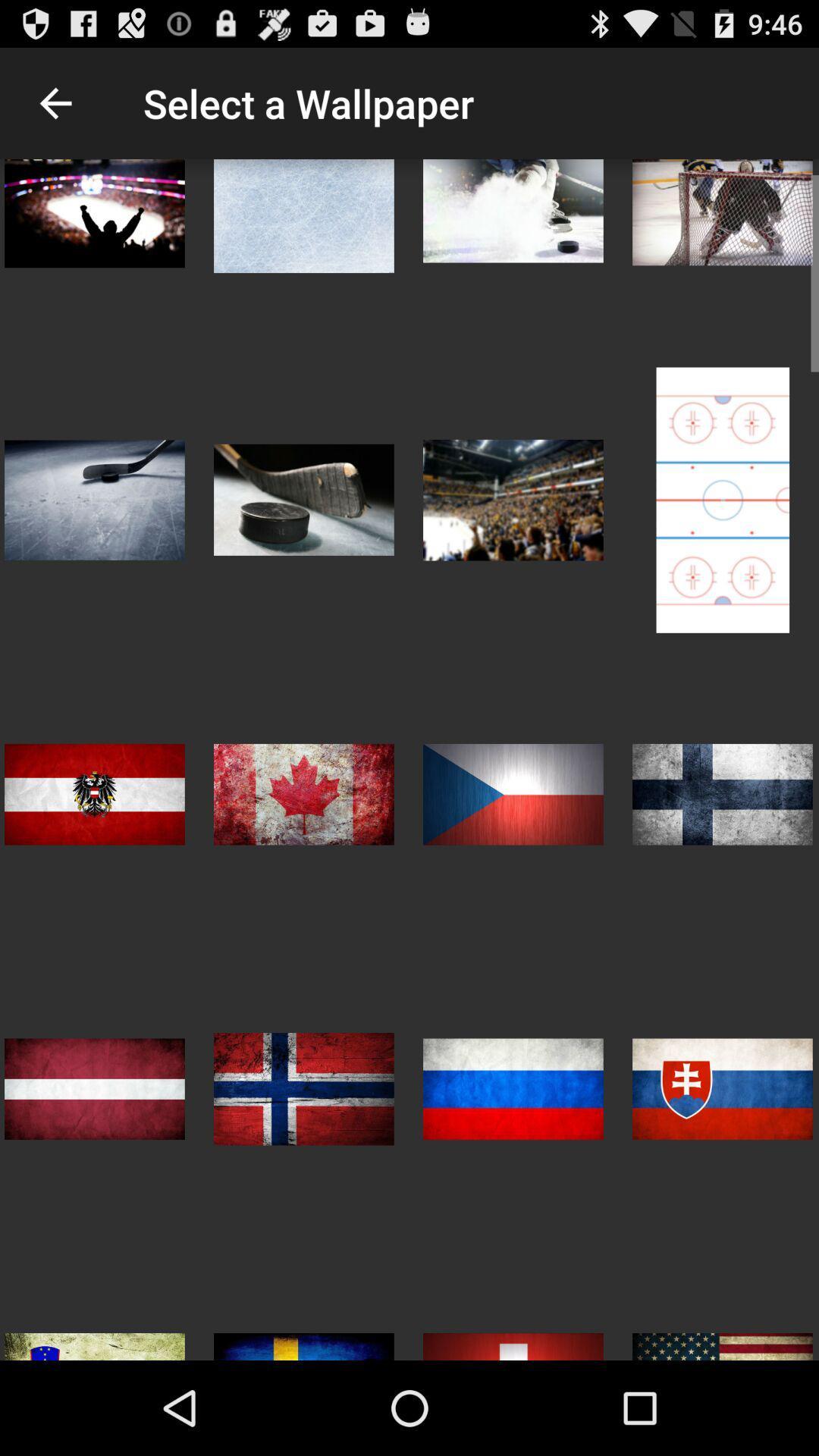 This screenshot has height=1456, width=819. I want to click on app next to select a wallpaper, so click(55, 102).